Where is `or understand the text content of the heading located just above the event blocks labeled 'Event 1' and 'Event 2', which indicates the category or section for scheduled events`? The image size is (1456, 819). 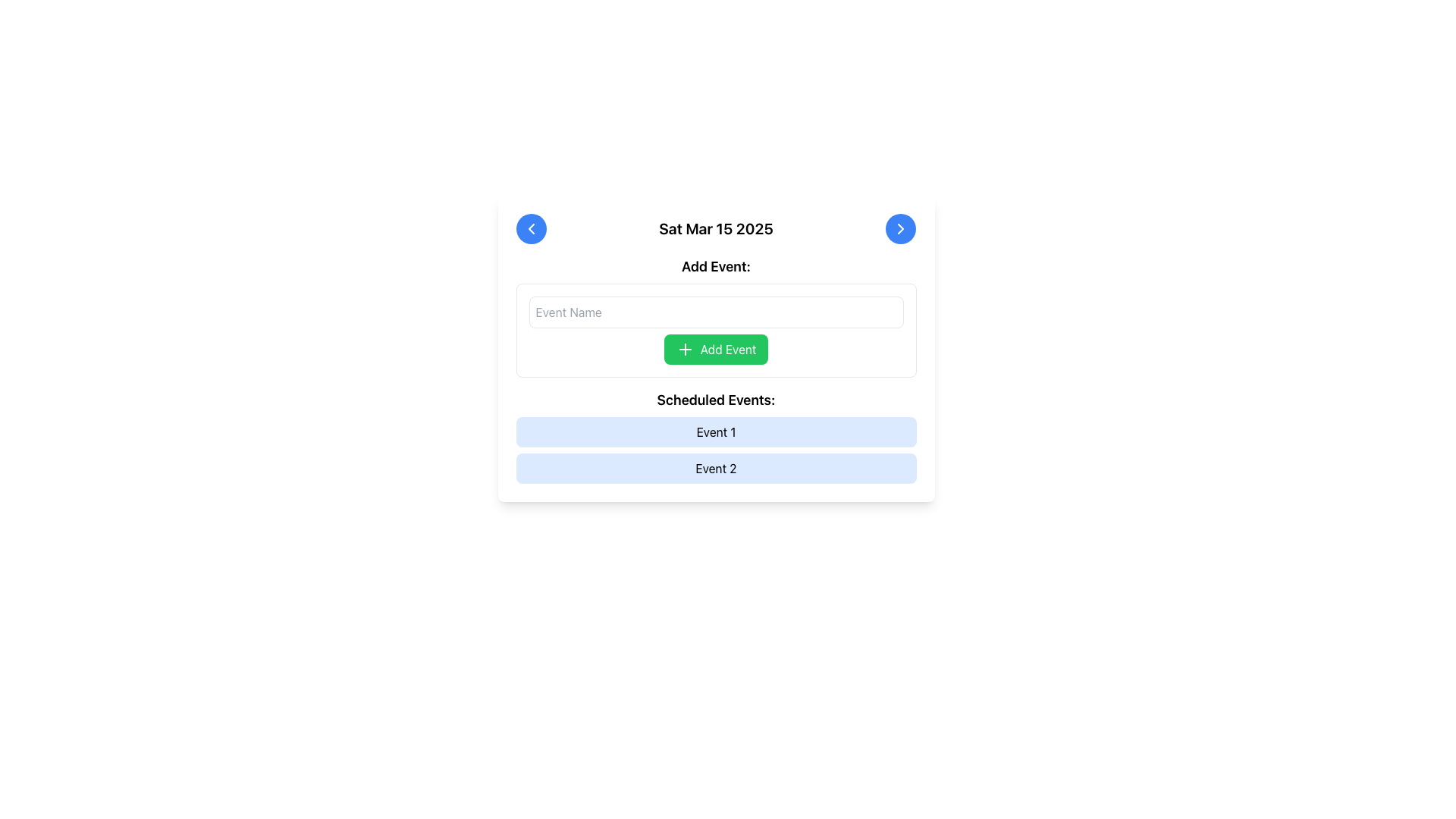 or understand the text content of the heading located just above the event blocks labeled 'Event 1' and 'Event 2', which indicates the category or section for scheduled events is located at coordinates (715, 400).